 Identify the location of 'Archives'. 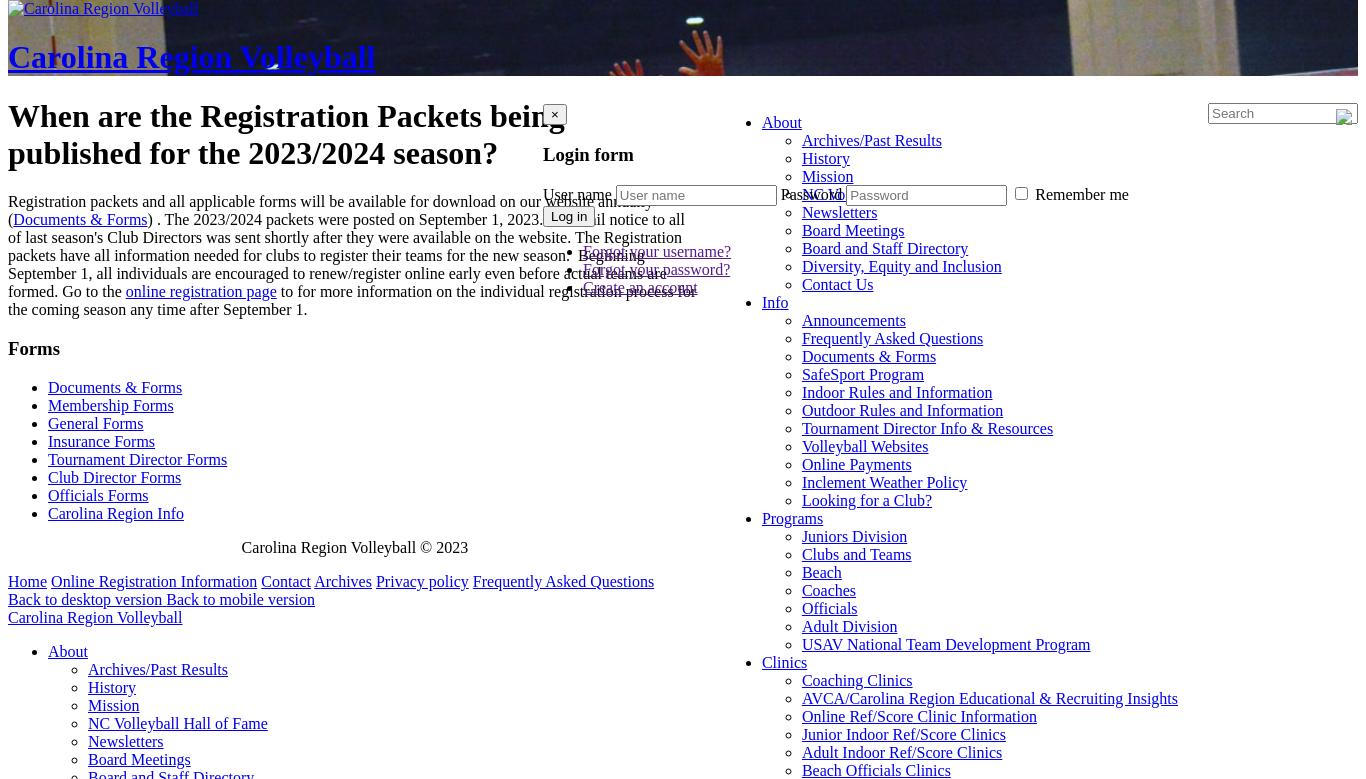
(342, 579).